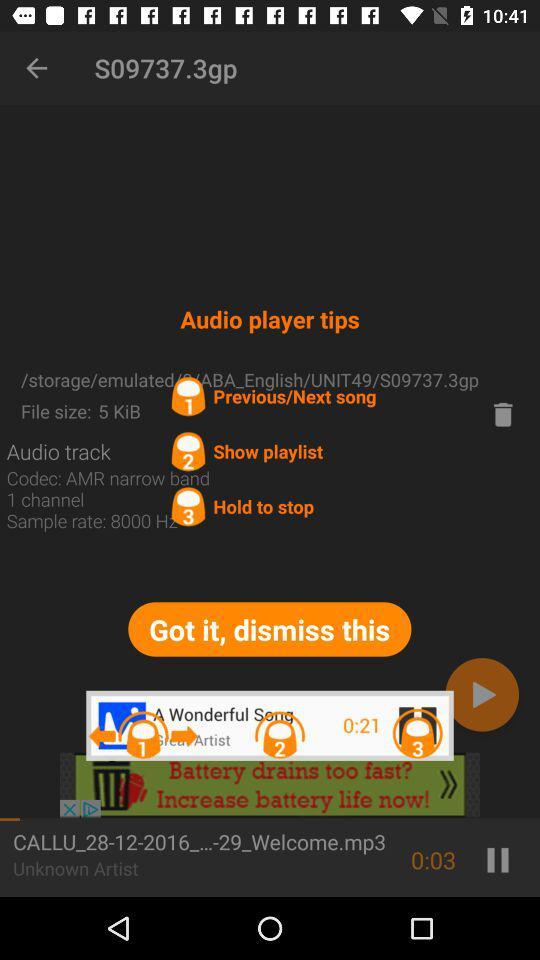 This screenshot has height=960, width=540. I want to click on next button, so click(481, 694).